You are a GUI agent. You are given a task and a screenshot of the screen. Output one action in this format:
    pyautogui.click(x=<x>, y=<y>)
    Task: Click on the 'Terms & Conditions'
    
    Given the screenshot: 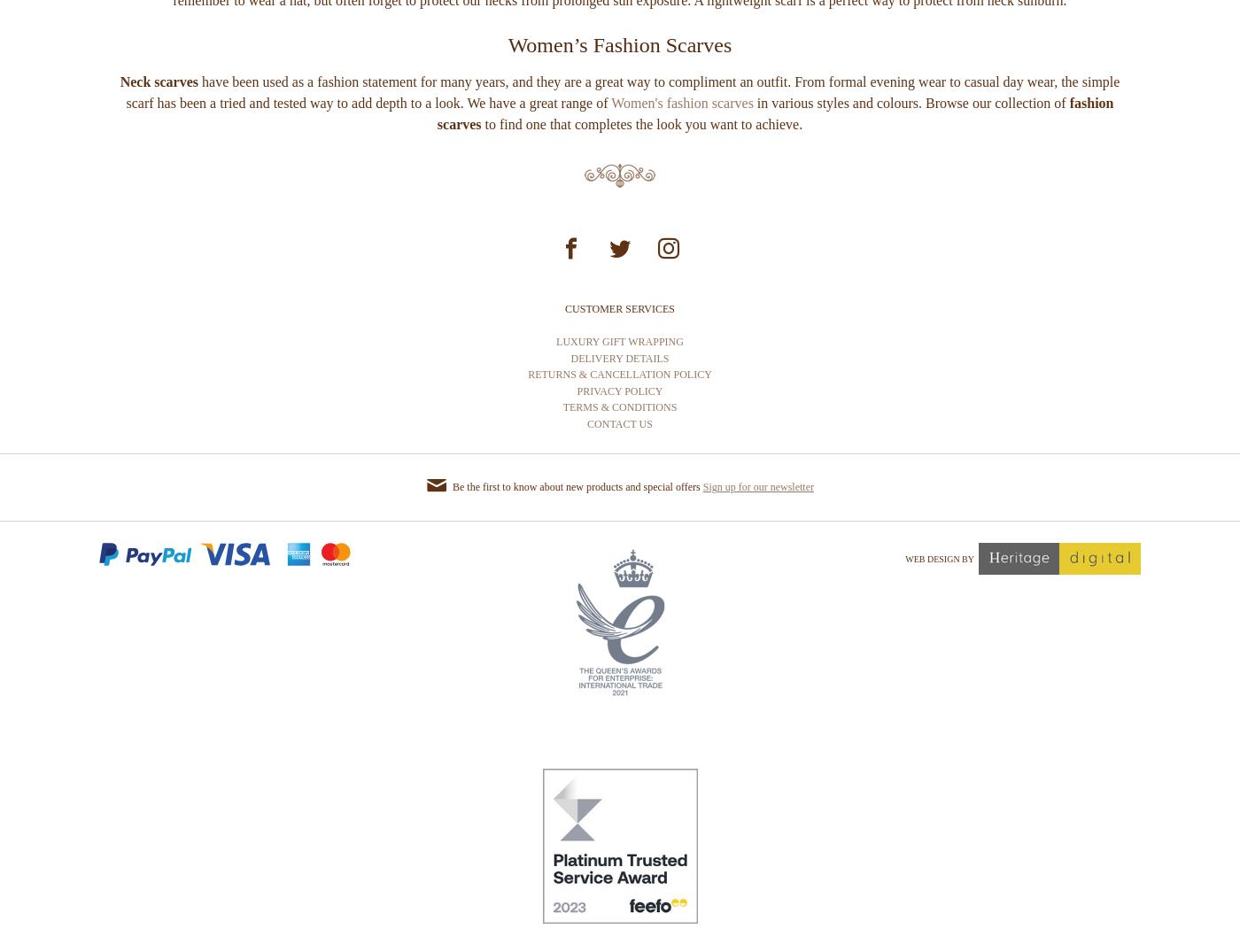 What is the action you would take?
    pyautogui.click(x=619, y=473)
    